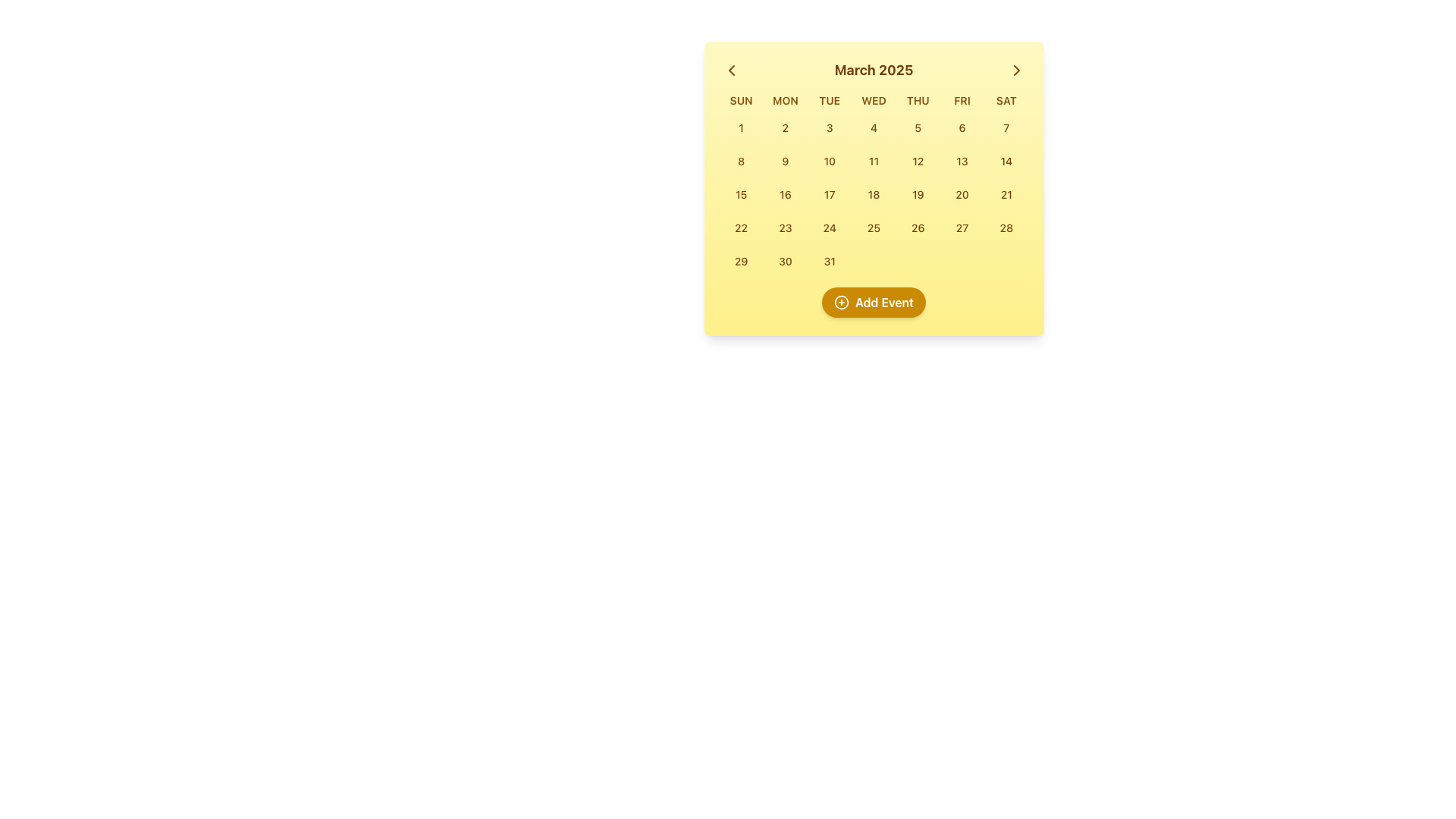 The width and height of the screenshot is (1456, 819). What do you see at coordinates (874, 100) in the screenshot?
I see `the text label displaying 'WED' in uppercase letters, which is styled with a small font size and bold formatting, and has a yellowish background, located in the calendar header row` at bounding box center [874, 100].